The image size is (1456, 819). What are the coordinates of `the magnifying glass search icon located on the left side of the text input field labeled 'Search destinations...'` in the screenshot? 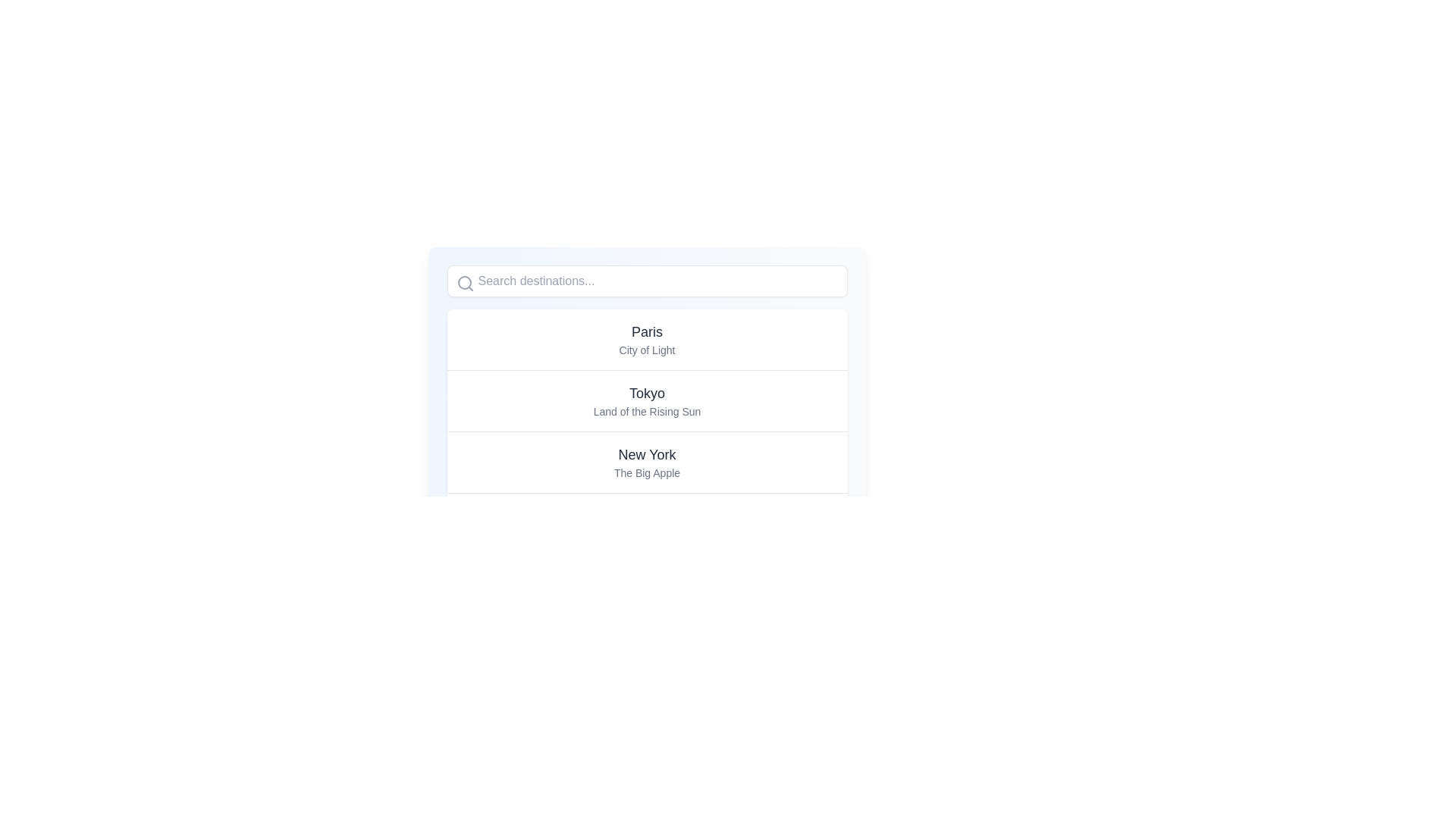 It's located at (464, 284).